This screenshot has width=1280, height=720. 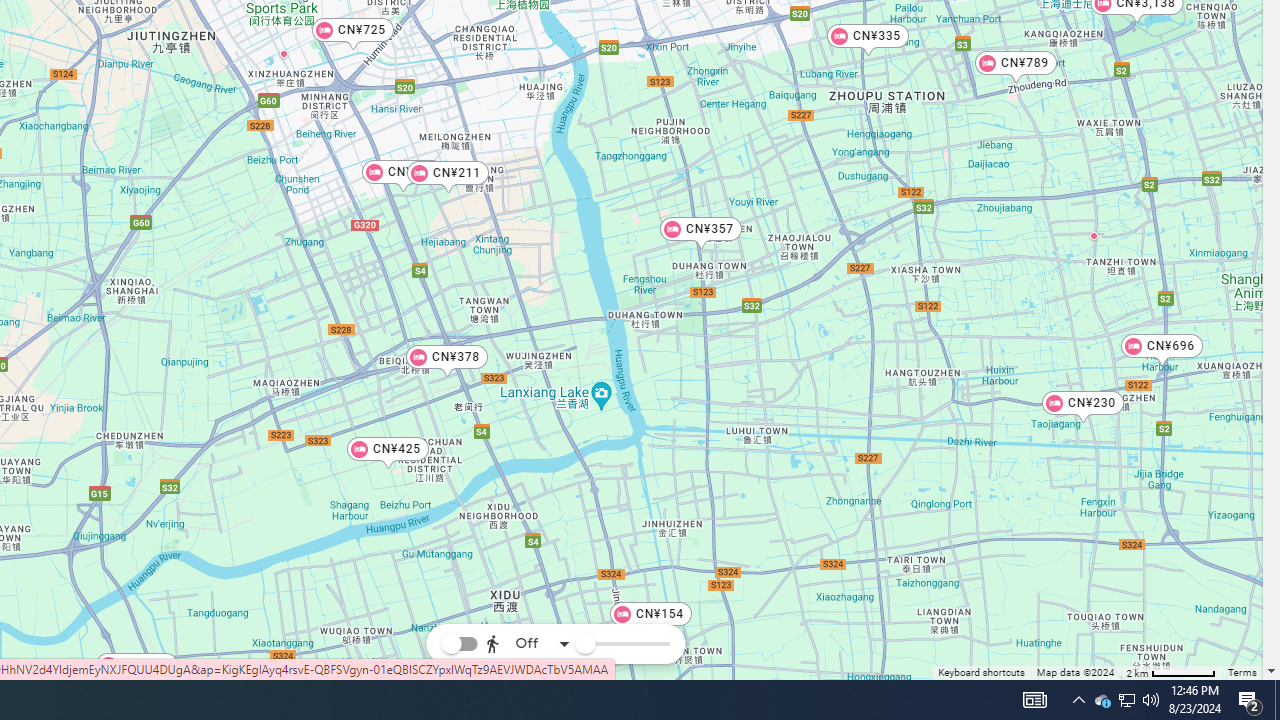 What do you see at coordinates (528, 644) in the screenshot?
I see `'Off'` at bounding box center [528, 644].